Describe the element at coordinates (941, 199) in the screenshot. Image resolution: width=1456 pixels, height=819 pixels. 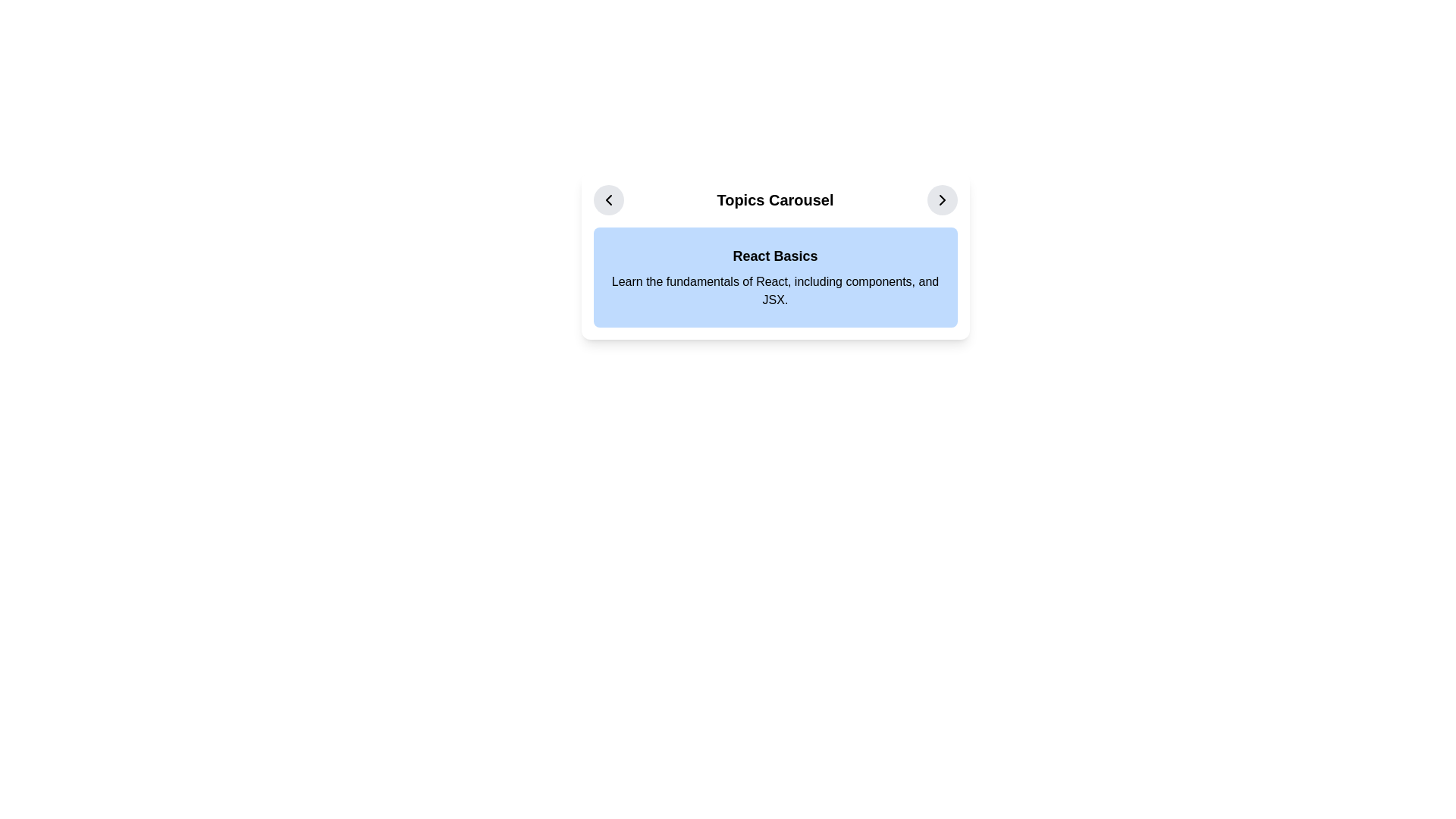
I see `the circular button with a light gray background and a black chevron icon located in the 'Topics Carousel' section adjacent to the title 'Topics Carousel'` at that location.